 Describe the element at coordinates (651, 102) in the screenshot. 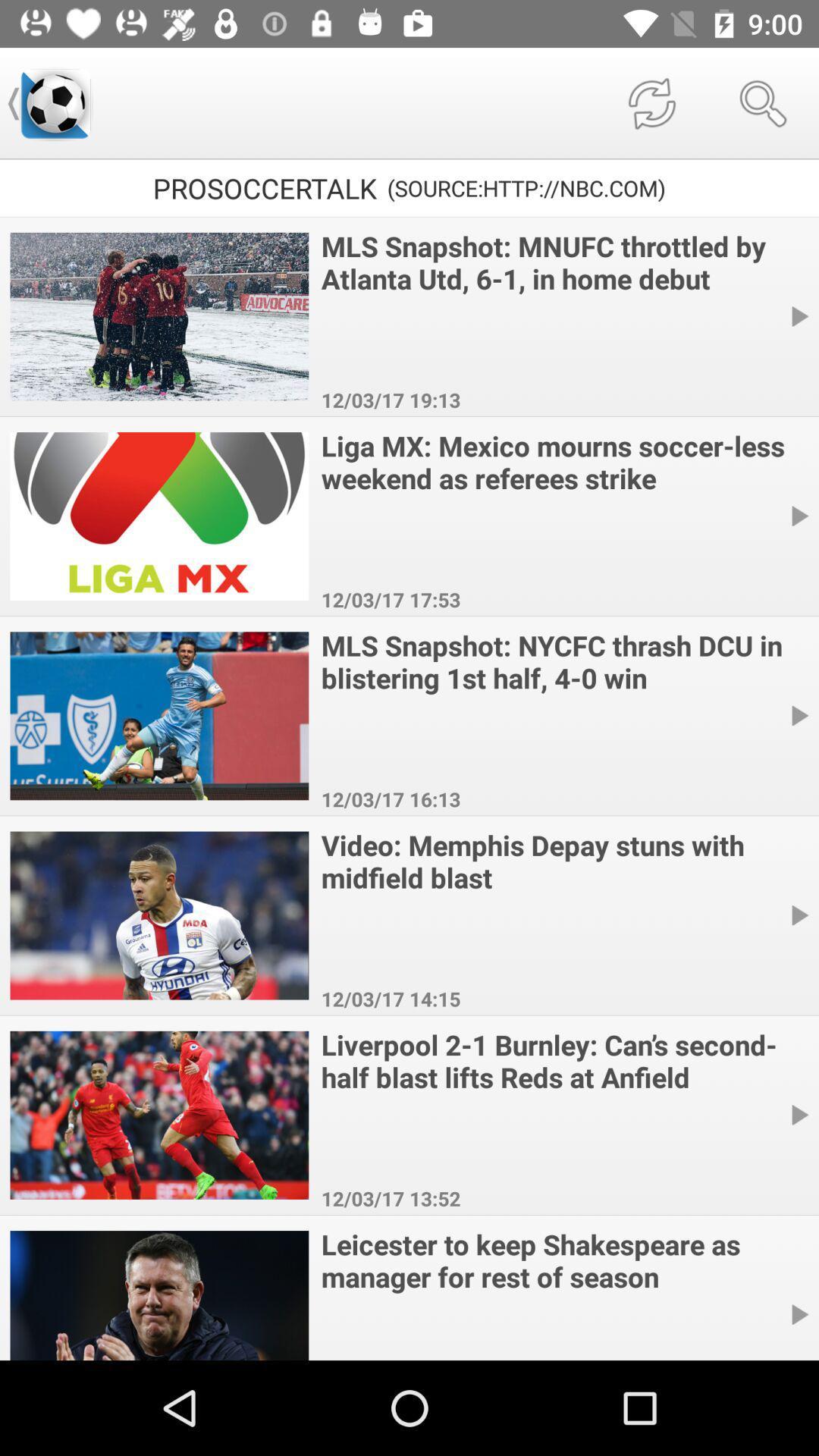

I see `the icon above the source http nbc icon` at that location.